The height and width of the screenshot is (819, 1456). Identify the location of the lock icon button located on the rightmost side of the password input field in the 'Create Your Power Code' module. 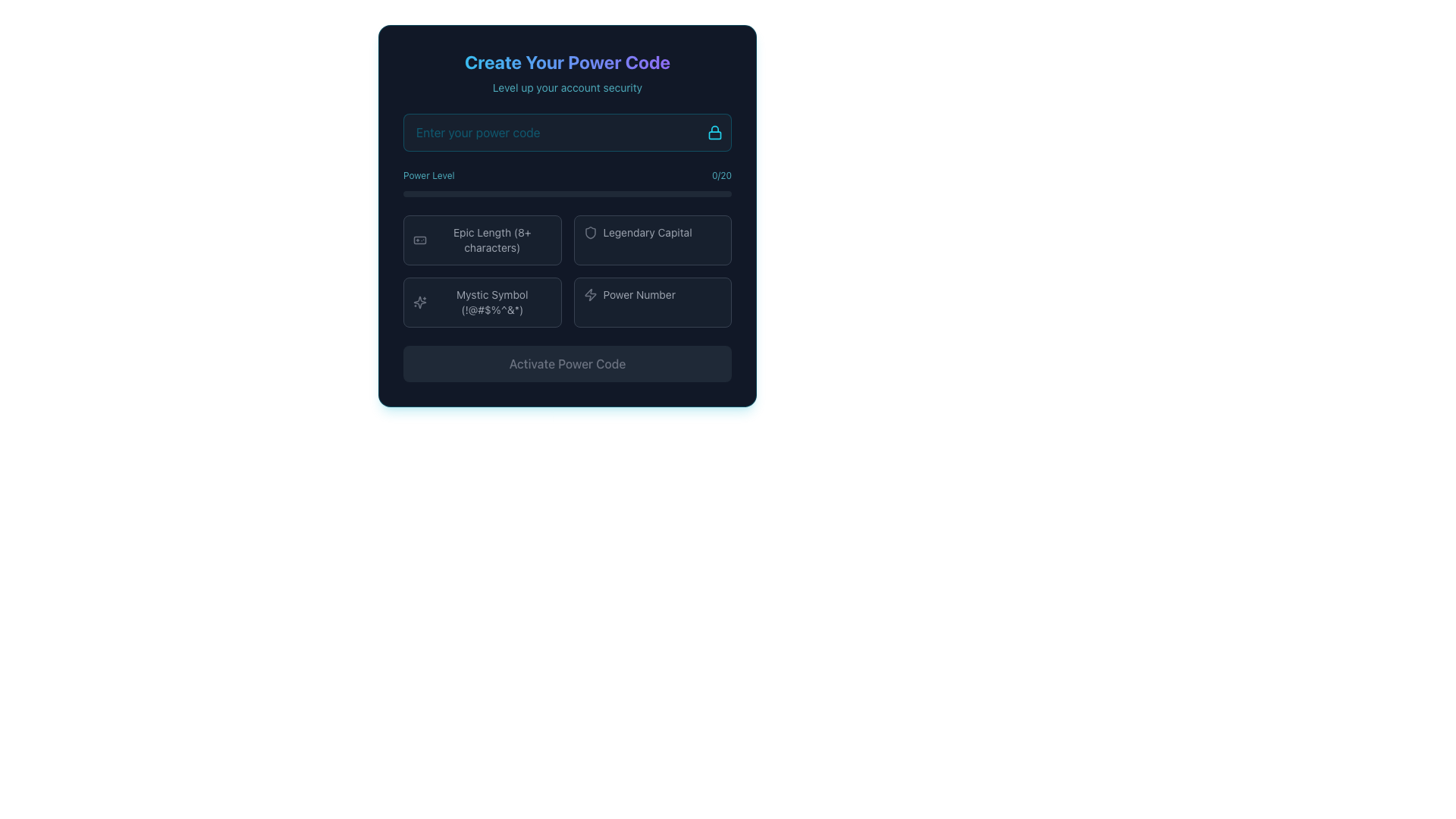
(714, 131).